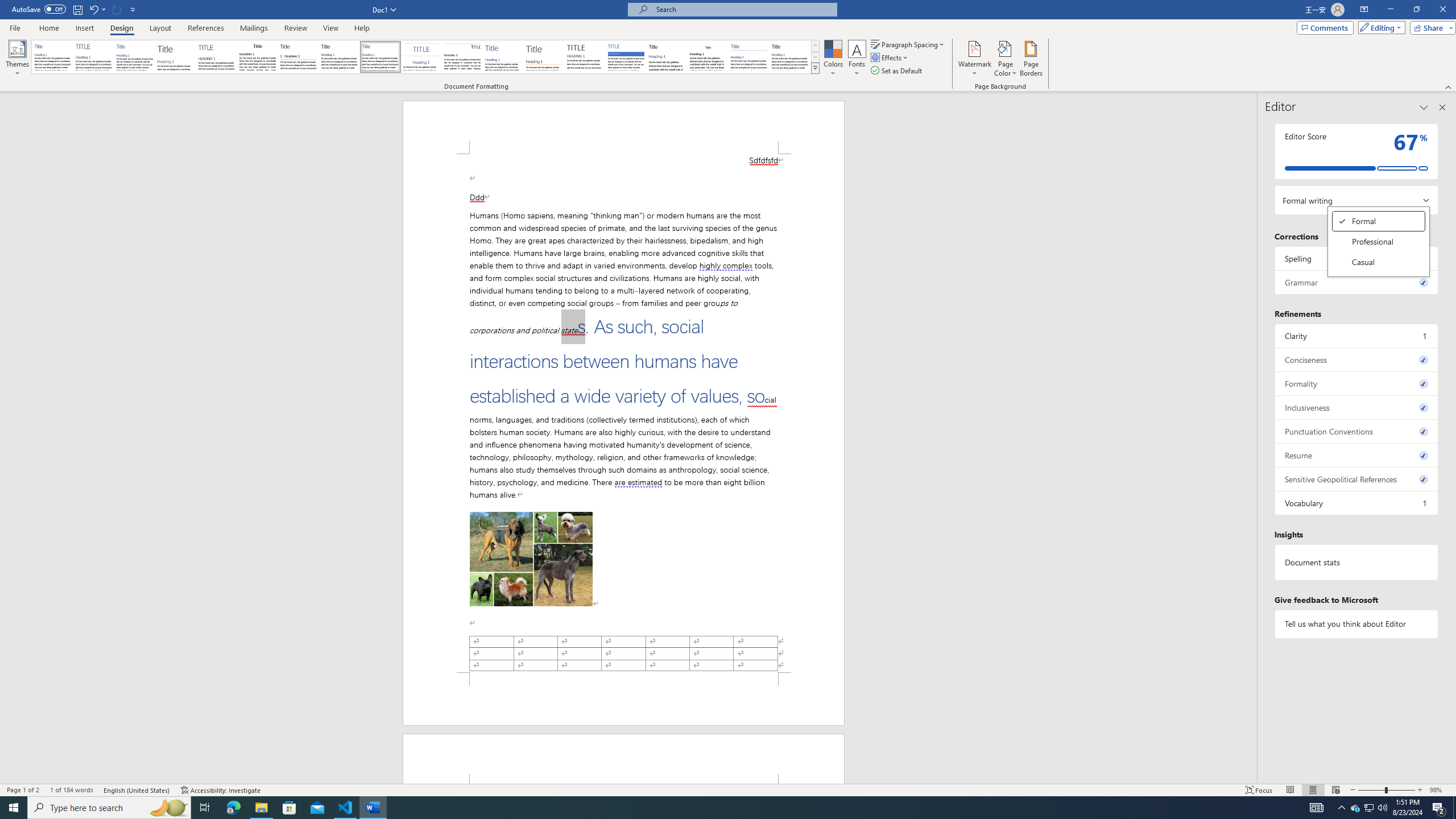  What do you see at coordinates (1031, 59) in the screenshot?
I see `'Page Borders...'` at bounding box center [1031, 59].